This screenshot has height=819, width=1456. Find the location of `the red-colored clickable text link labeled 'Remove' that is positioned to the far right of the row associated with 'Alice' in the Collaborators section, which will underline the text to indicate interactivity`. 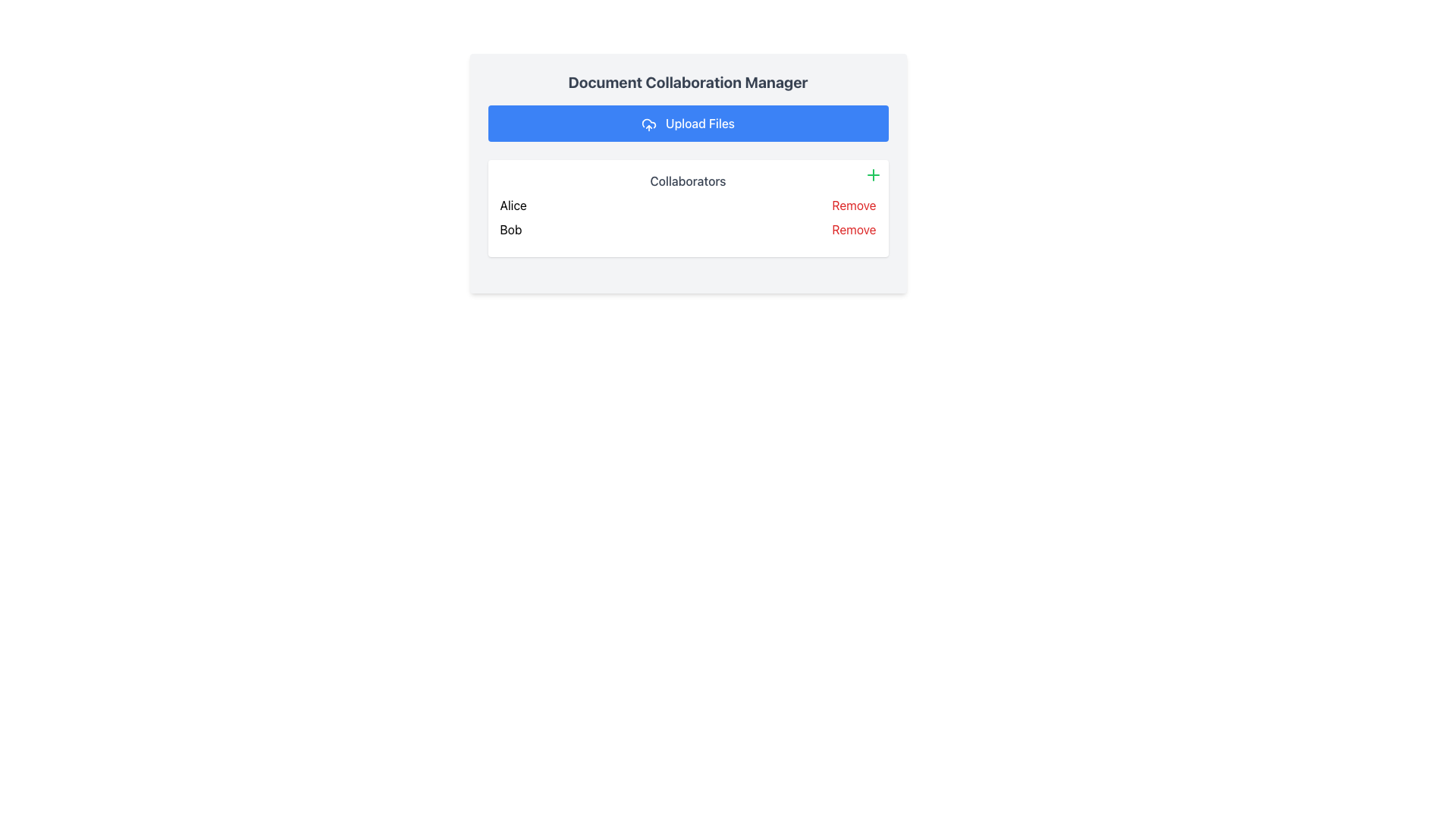

the red-colored clickable text link labeled 'Remove' that is positioned to the far right of the row associated with 'Alice' in the Collaborators section, which will underline the text to indicate interactivity is located at coordinates (854, 205).